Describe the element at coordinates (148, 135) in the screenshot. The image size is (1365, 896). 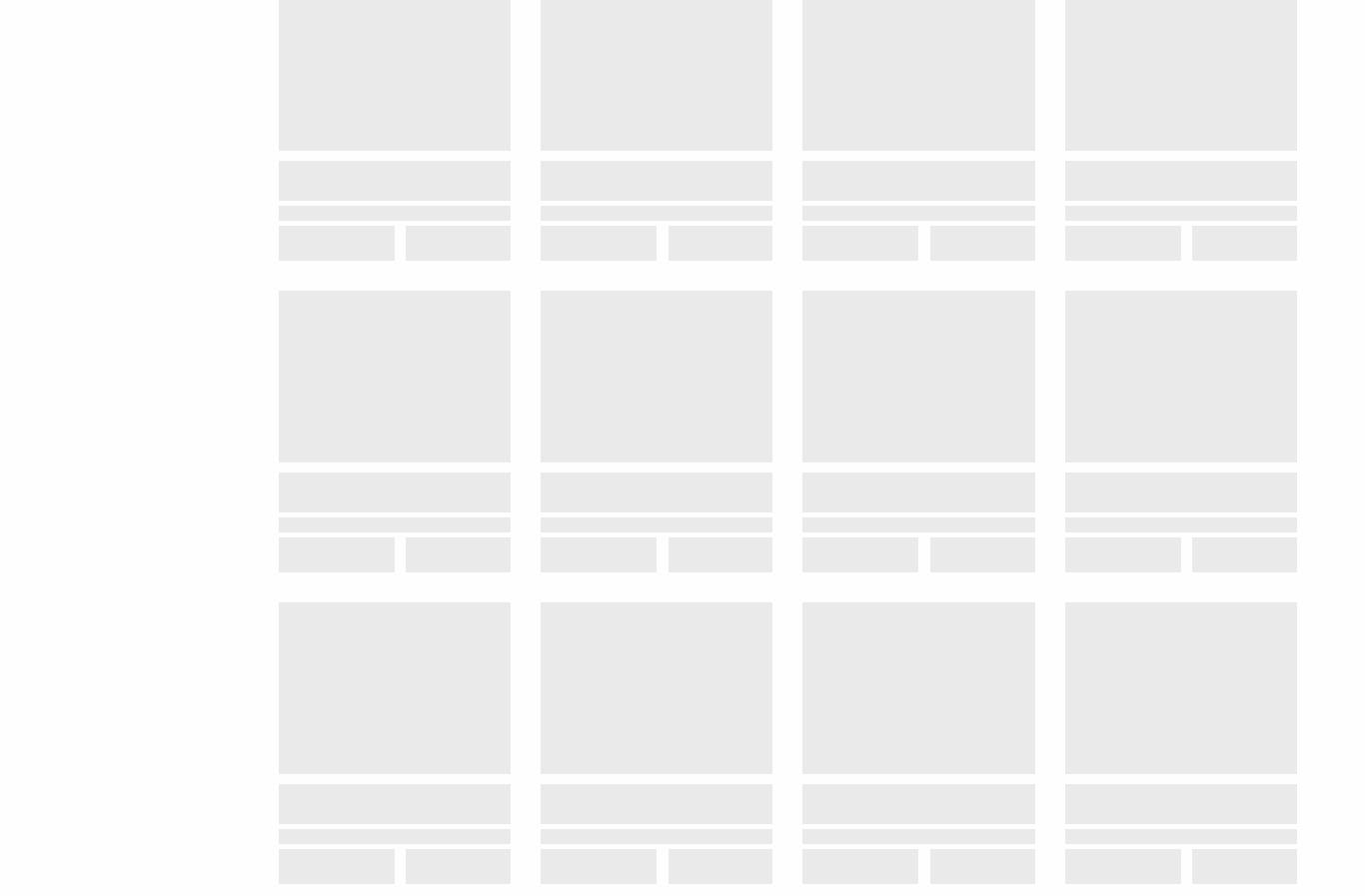
I see `'Mon-Fri: 8 a.m. to 4 p.m. ET'` at that location.